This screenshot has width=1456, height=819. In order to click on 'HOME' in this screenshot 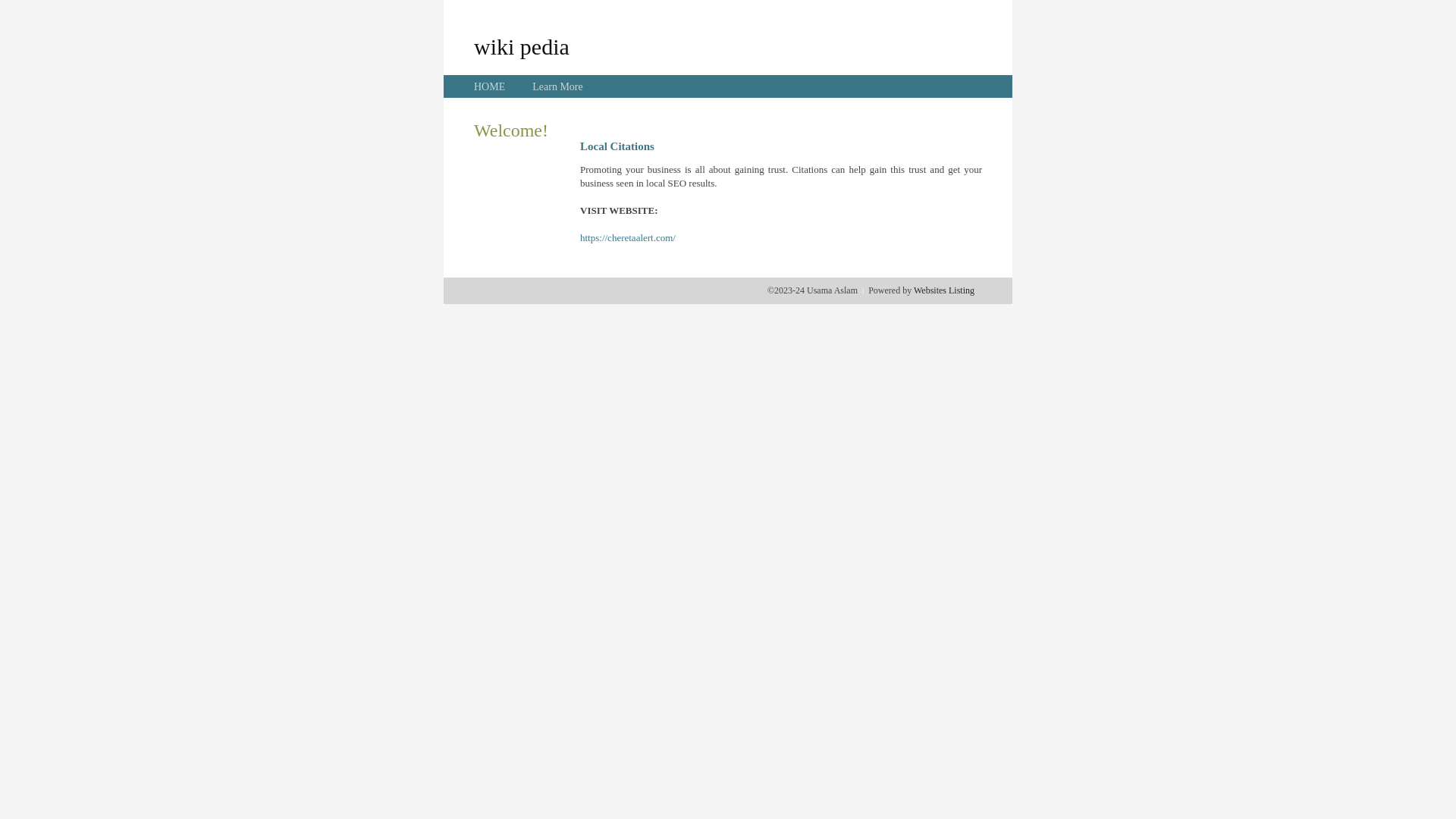, I will do `click(489, 86)`.